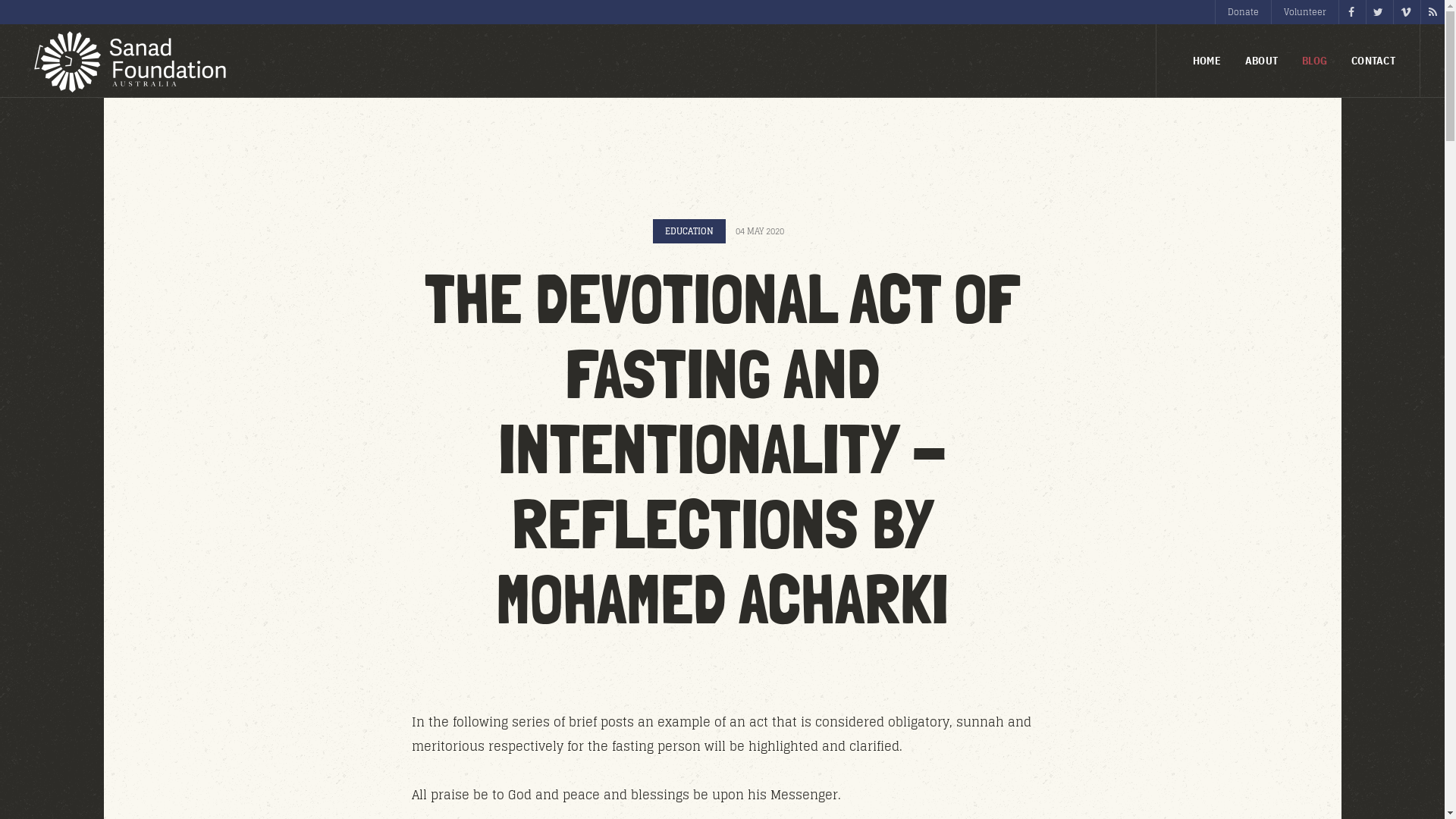  Describe the element at coordinates (1393, 11) in the screenshot. I see `'vimeo'` at that location.